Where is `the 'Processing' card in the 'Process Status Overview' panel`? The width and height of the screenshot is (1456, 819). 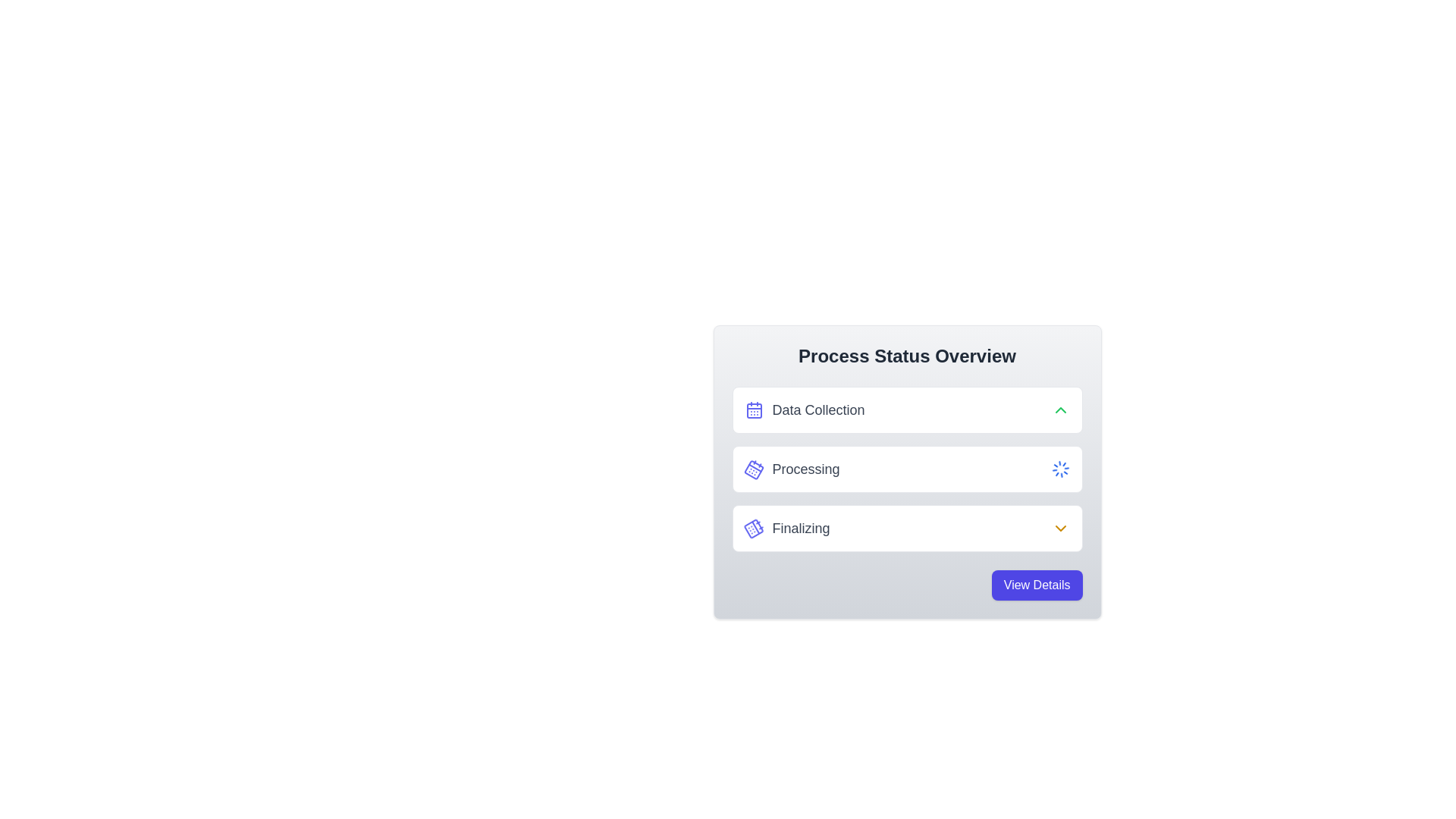 the 'Processing' card in the 'Process Status Overview' panel is located at coordinates (907, 468).